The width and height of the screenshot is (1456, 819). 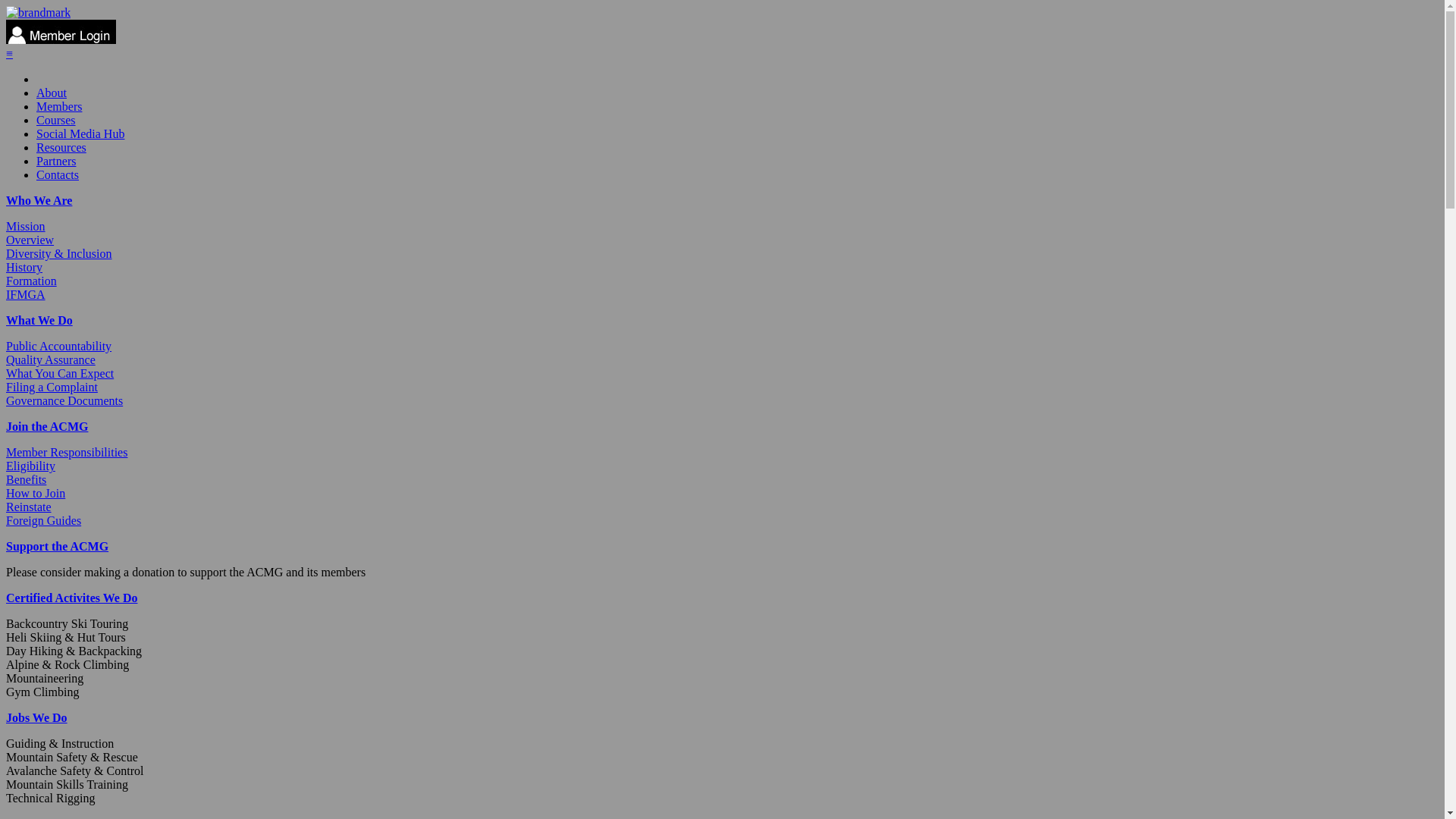 What do you see at coordinates (6, 373) in the screenshot?
I see `'What You Can Expect'` at bounding box center [6, 373].